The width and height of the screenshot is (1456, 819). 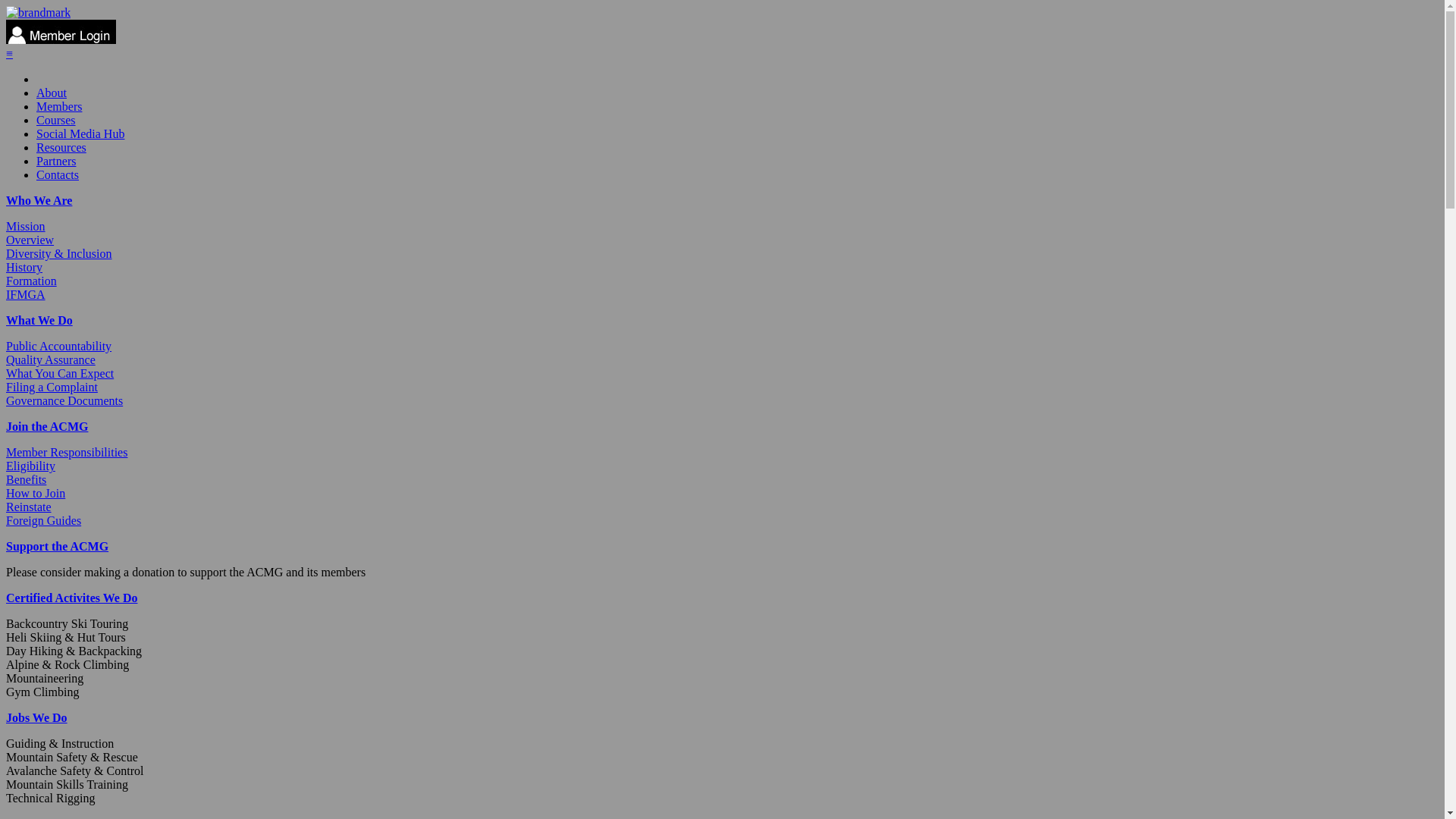 What do you see at coordinates (6, 373) in the screenshot?
I see `'What You Can Expect'` at bounding box center [6, 373].